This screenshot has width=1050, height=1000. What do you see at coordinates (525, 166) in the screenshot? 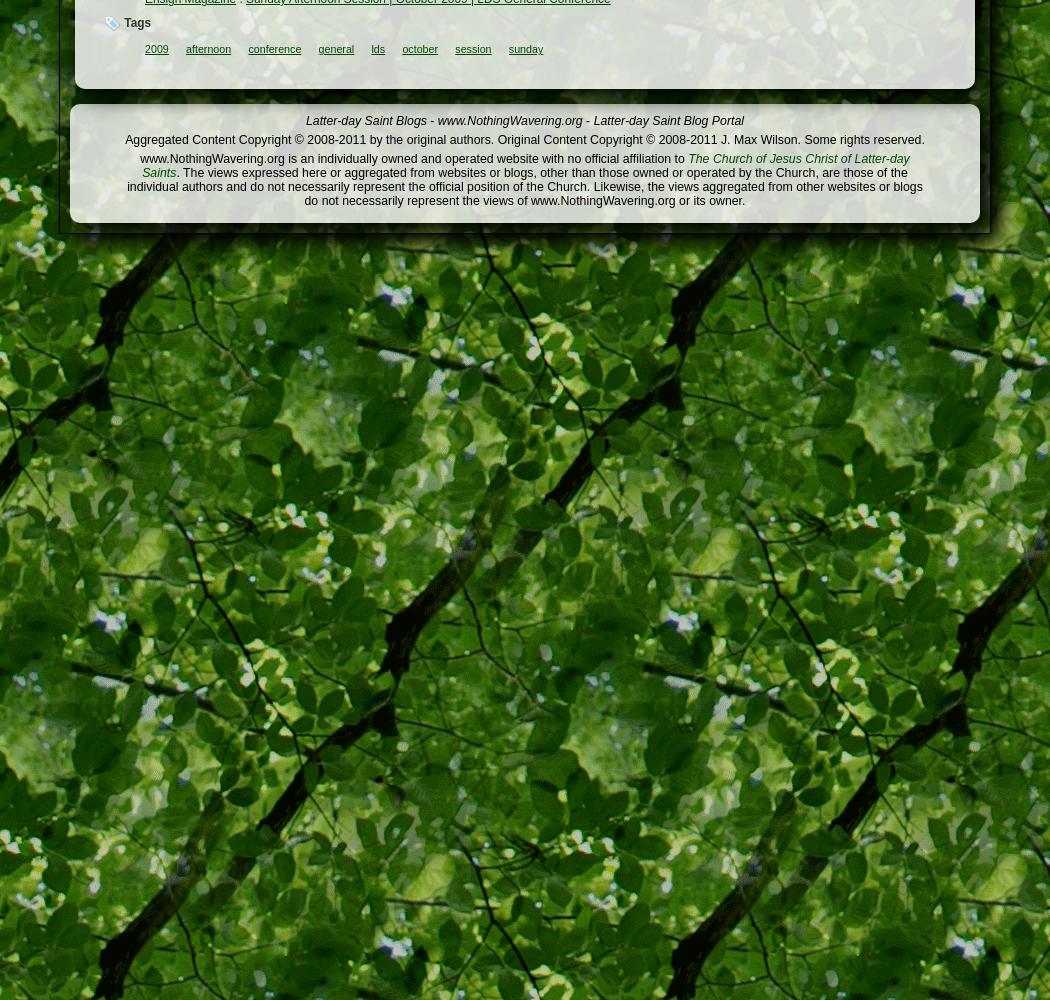
I see `'The Church of Jesus Christ of Latter-day Saints'` at bounding box center [525, 166].